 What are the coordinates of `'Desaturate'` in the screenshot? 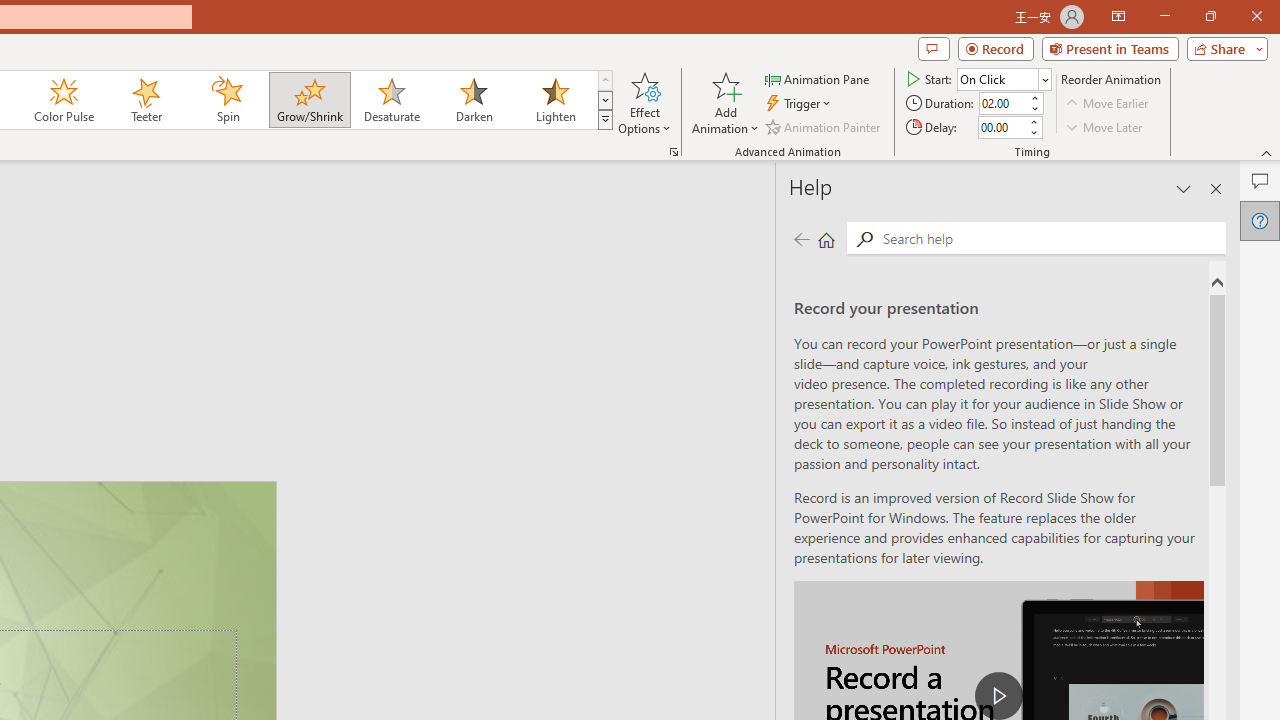 It's located at (391, 100).